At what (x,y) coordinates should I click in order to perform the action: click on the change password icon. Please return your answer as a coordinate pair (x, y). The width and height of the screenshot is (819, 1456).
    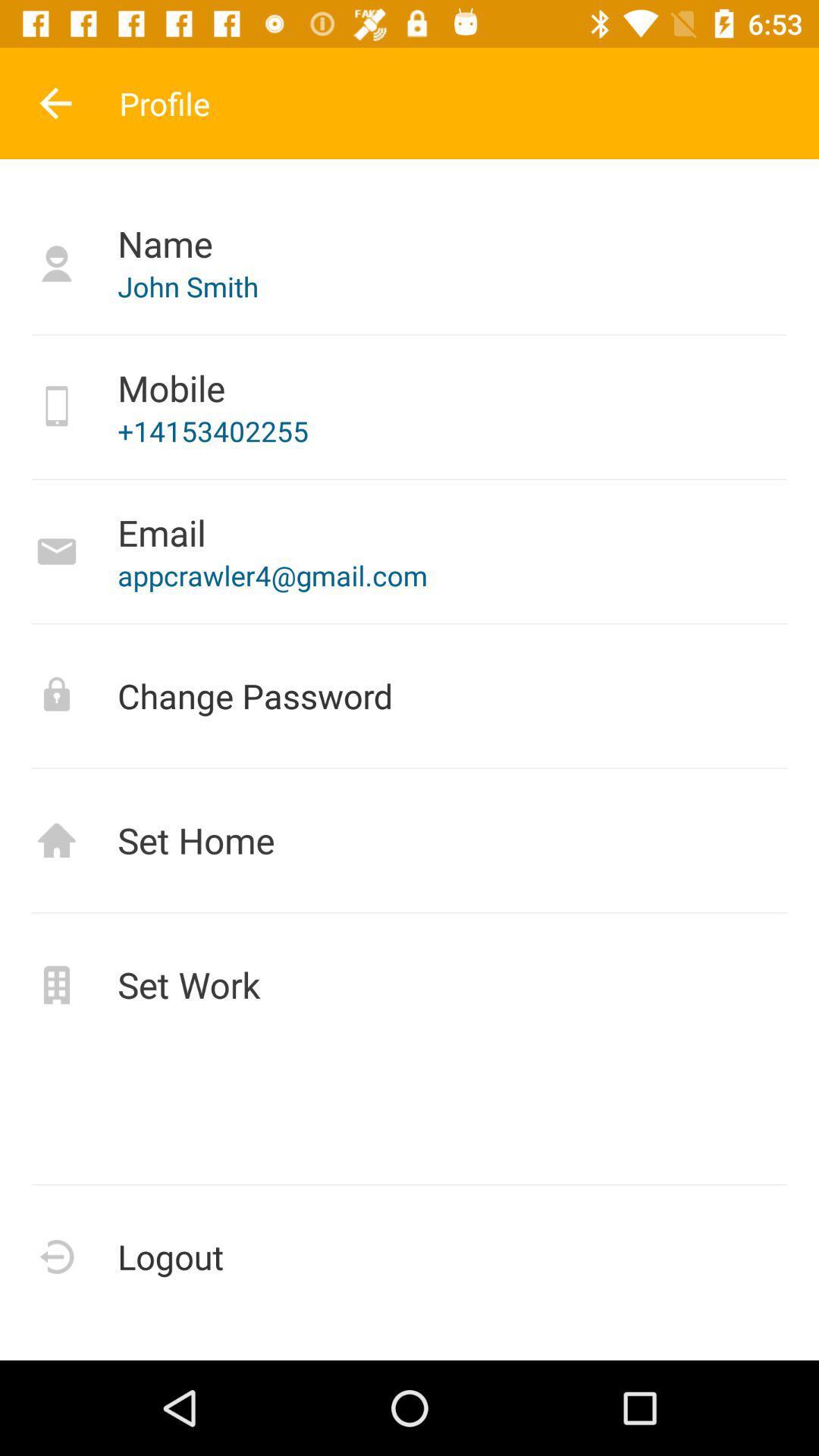
    Looking at the image, I should click on (409, 695).